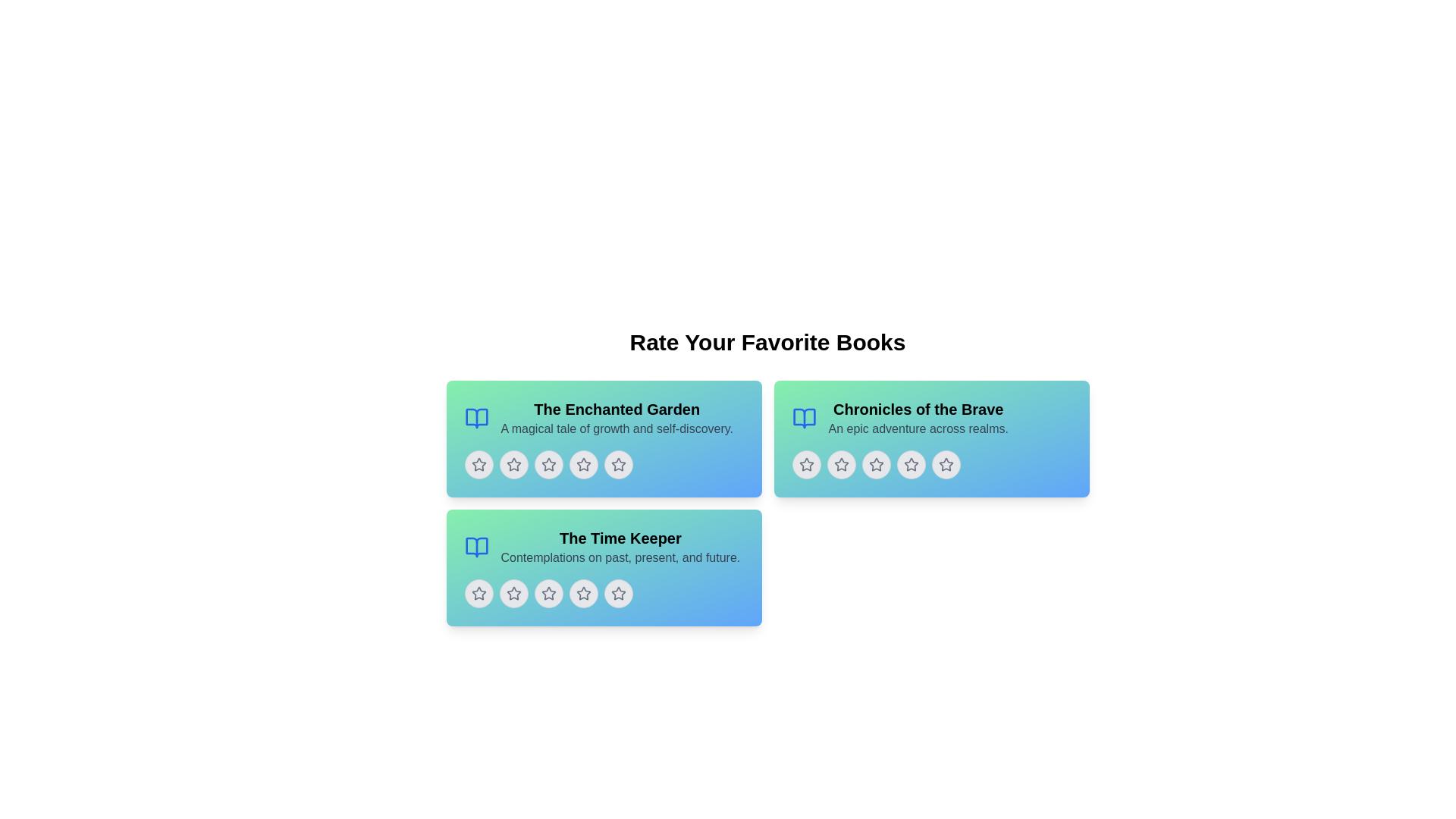 This screenshot has width=1456, height=819. I want to click on the book icon representing 'The Time Keeper' card, located in the bottom row, to the left of the title and above the star icons, so click(475, 547).